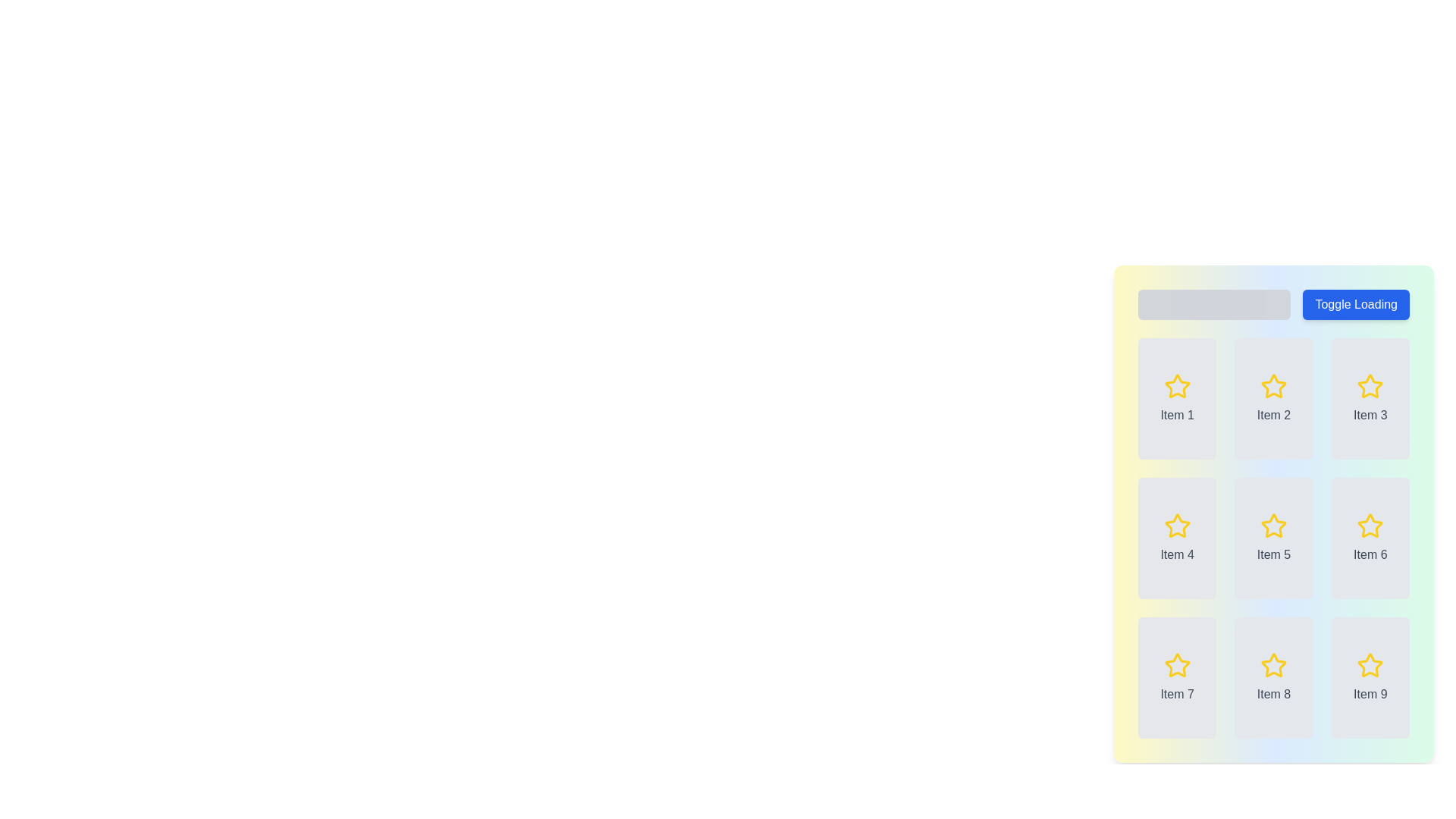 The image size is (1456, 819). Describe the element at coordinates (1274, 694) in the screenshot. I see `displayed text from the Text Label located in the second row and second column of the grid layout, positioned below a star icon` at that location.